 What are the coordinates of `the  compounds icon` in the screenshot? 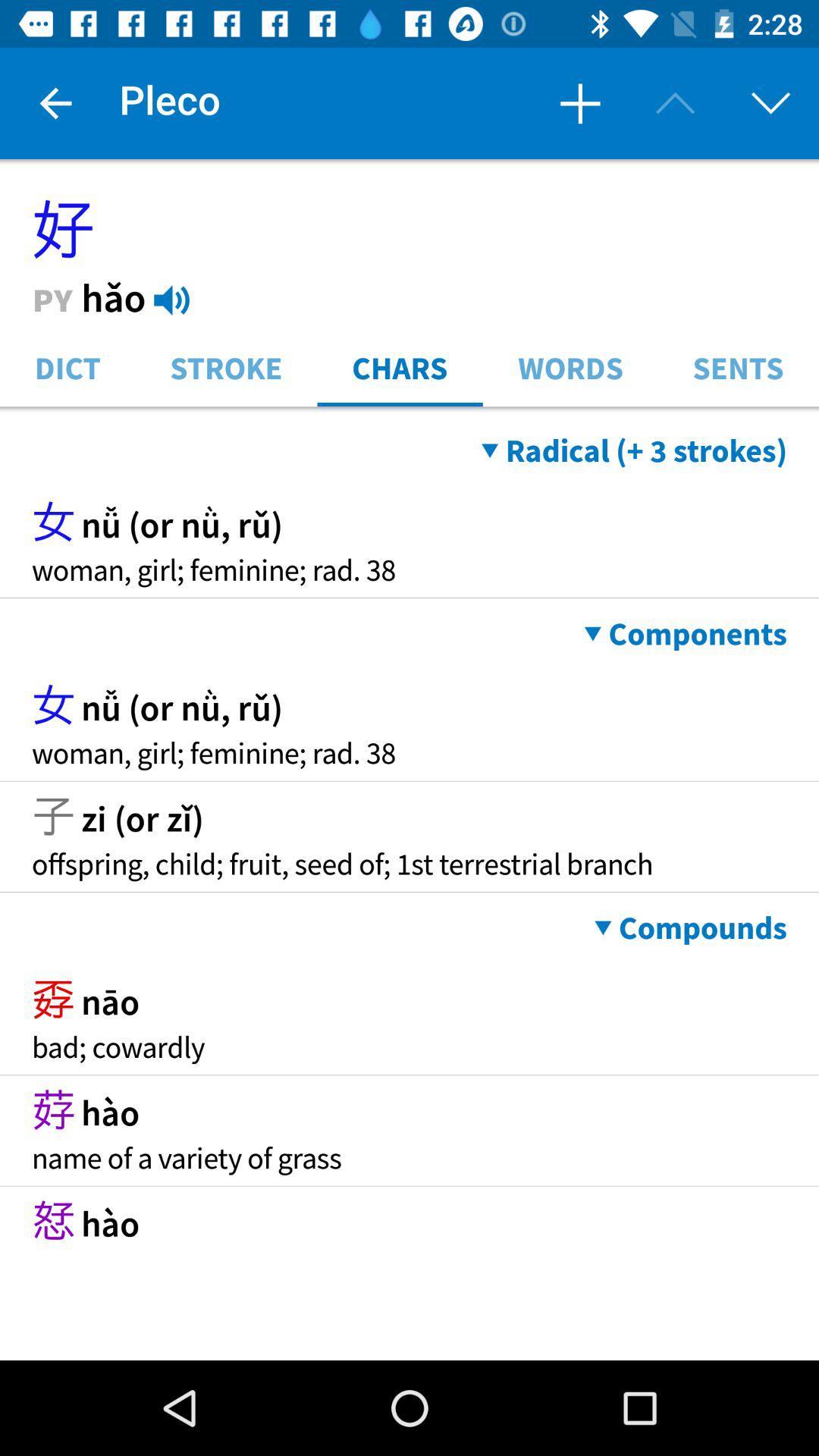 It's located at (690, 927).